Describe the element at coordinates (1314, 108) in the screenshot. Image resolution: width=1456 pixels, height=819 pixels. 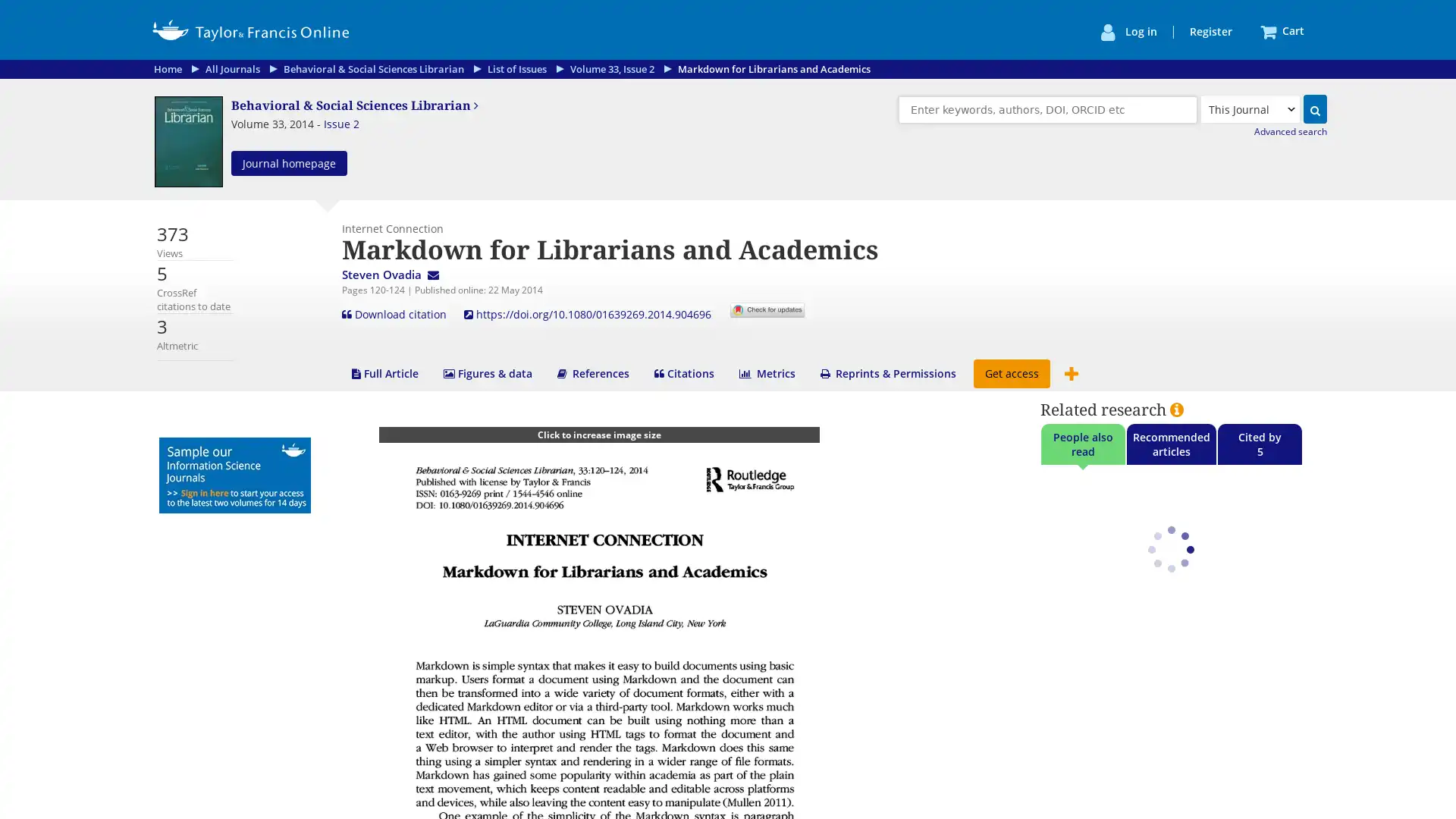
I see `Search` at that location.